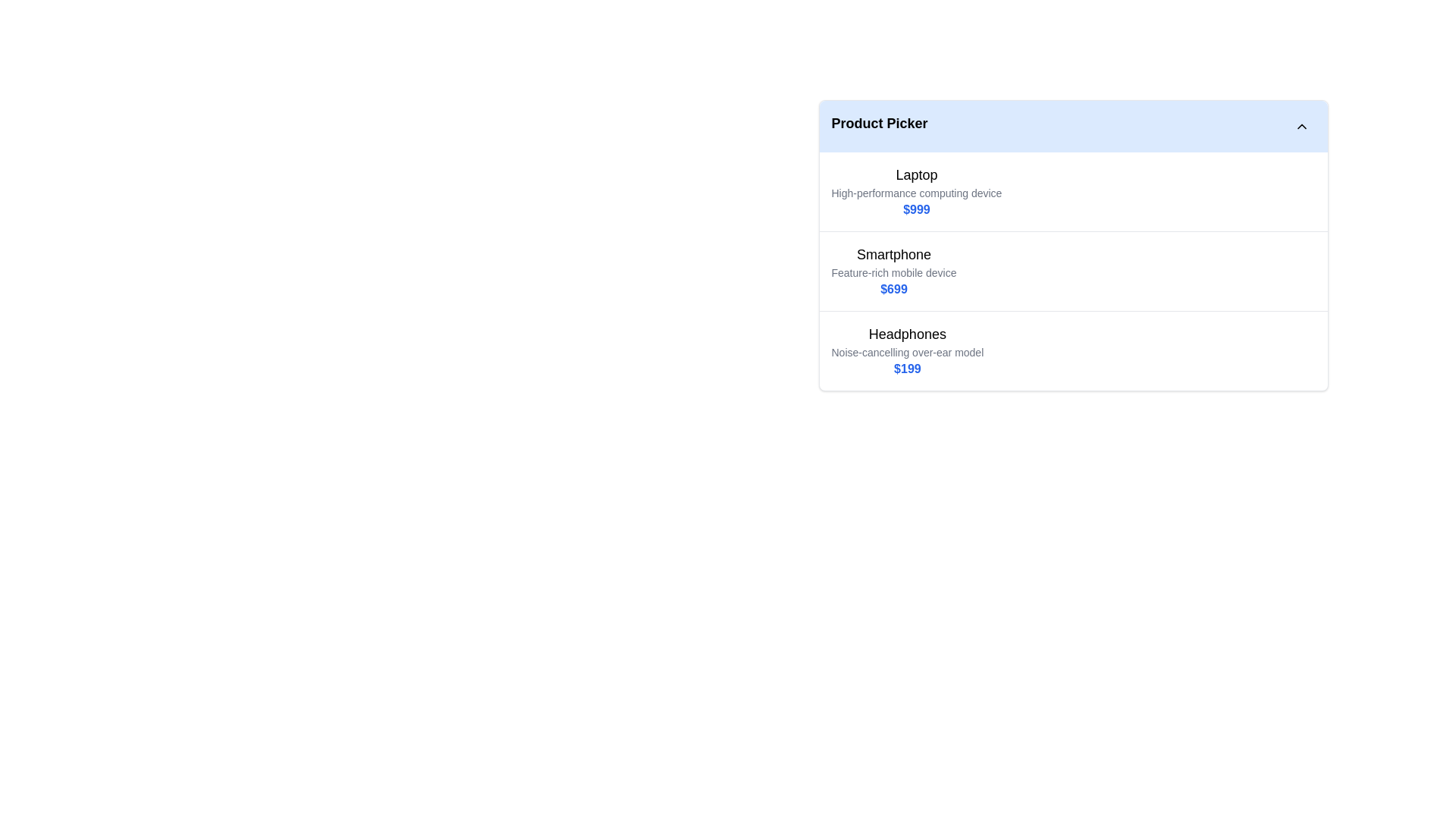 The width and height of the screenshot is (1456, 819). Describe the element at coordinates (894, 271) in the screenshot. I see `the static text block displaying product details for the smartphone, which is the second item in the 'Product Picker' list` at that location.